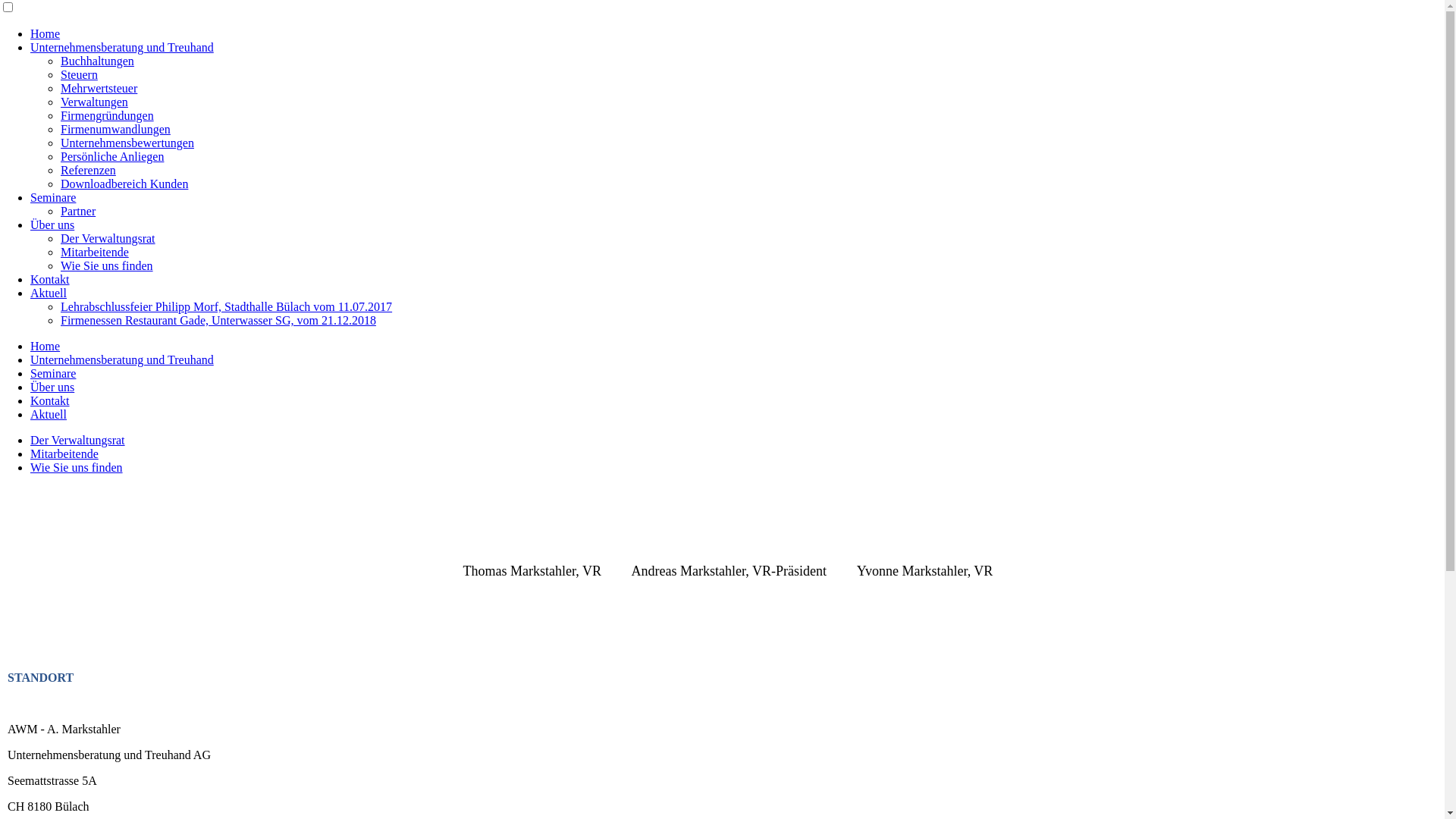 The image size is (1456, 819). What do you see at coordinates (61, 251) in the screenshot?
I see `'Mitarbeitende'` at bounding box center [61, 251].